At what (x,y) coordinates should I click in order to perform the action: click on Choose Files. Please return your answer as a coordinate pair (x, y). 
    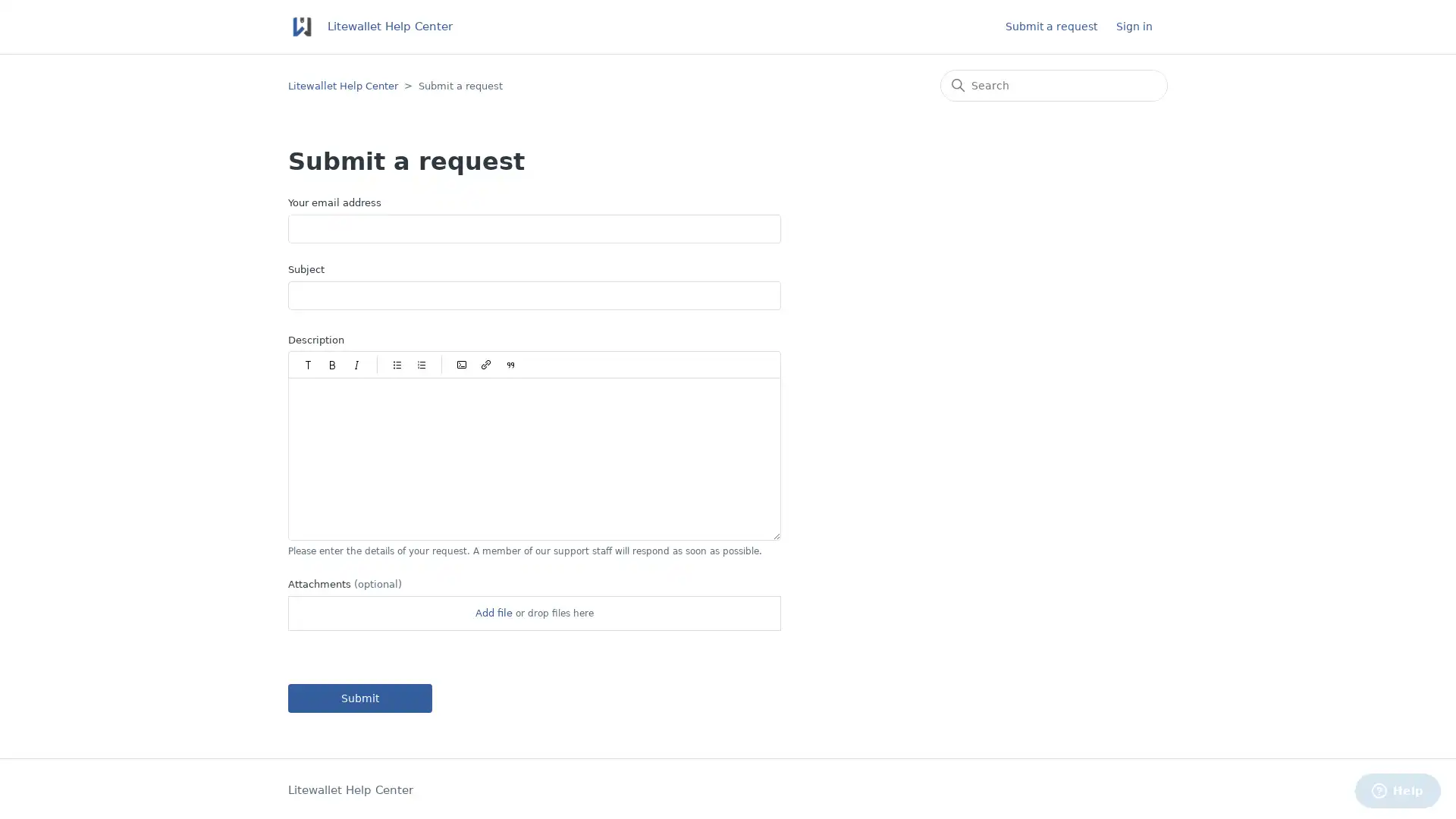
    Looking at the image, I should click on (336, 611).